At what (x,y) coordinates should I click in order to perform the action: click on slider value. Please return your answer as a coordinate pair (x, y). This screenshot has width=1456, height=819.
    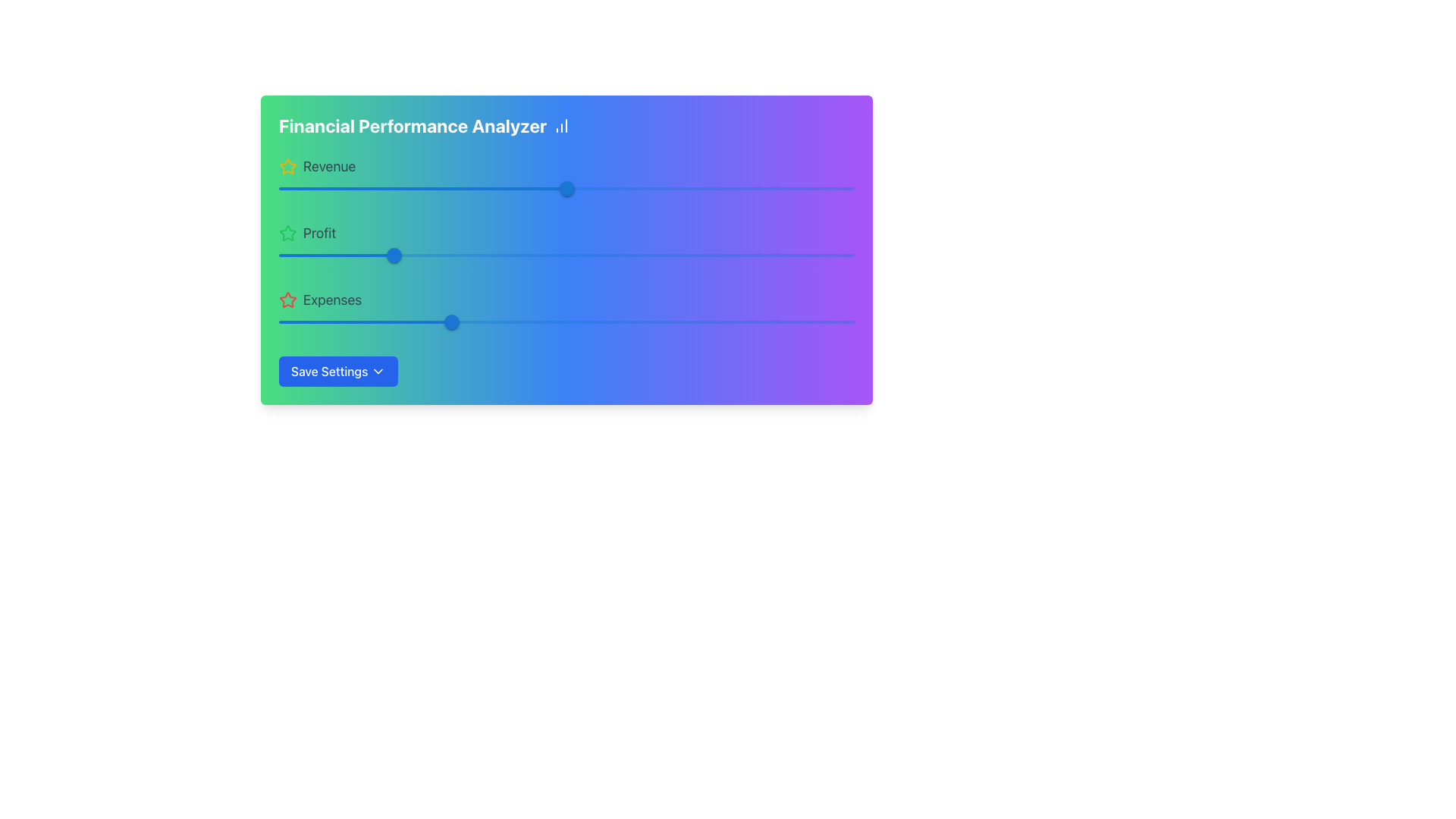
    Looking at the image, I should click on (388, 254).